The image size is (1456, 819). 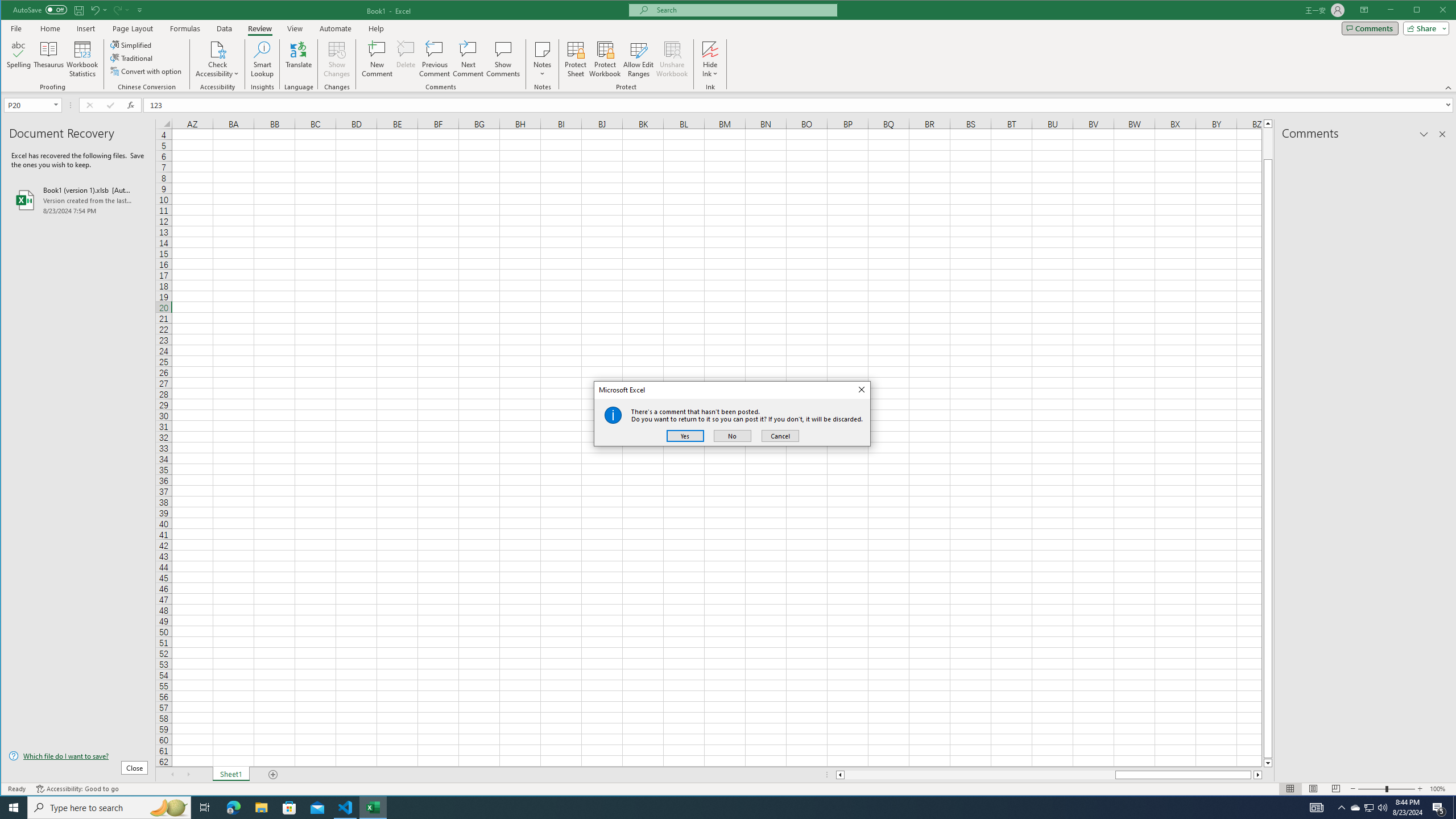 I want to click on 'Excel - 1 running window', so click(x=373, y=806).